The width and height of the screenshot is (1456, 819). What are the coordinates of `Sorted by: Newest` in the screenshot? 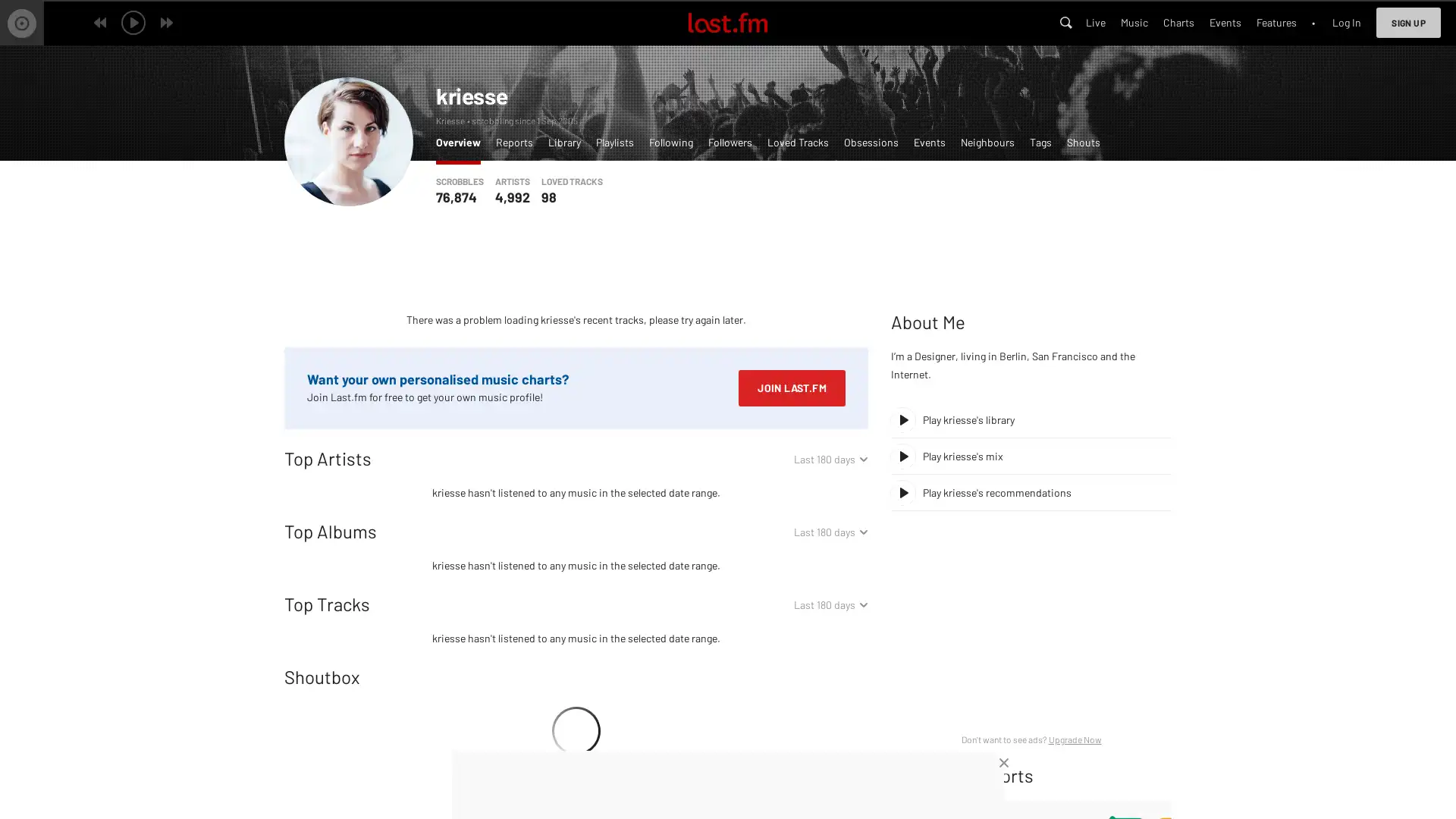 It's located at (843, 677).